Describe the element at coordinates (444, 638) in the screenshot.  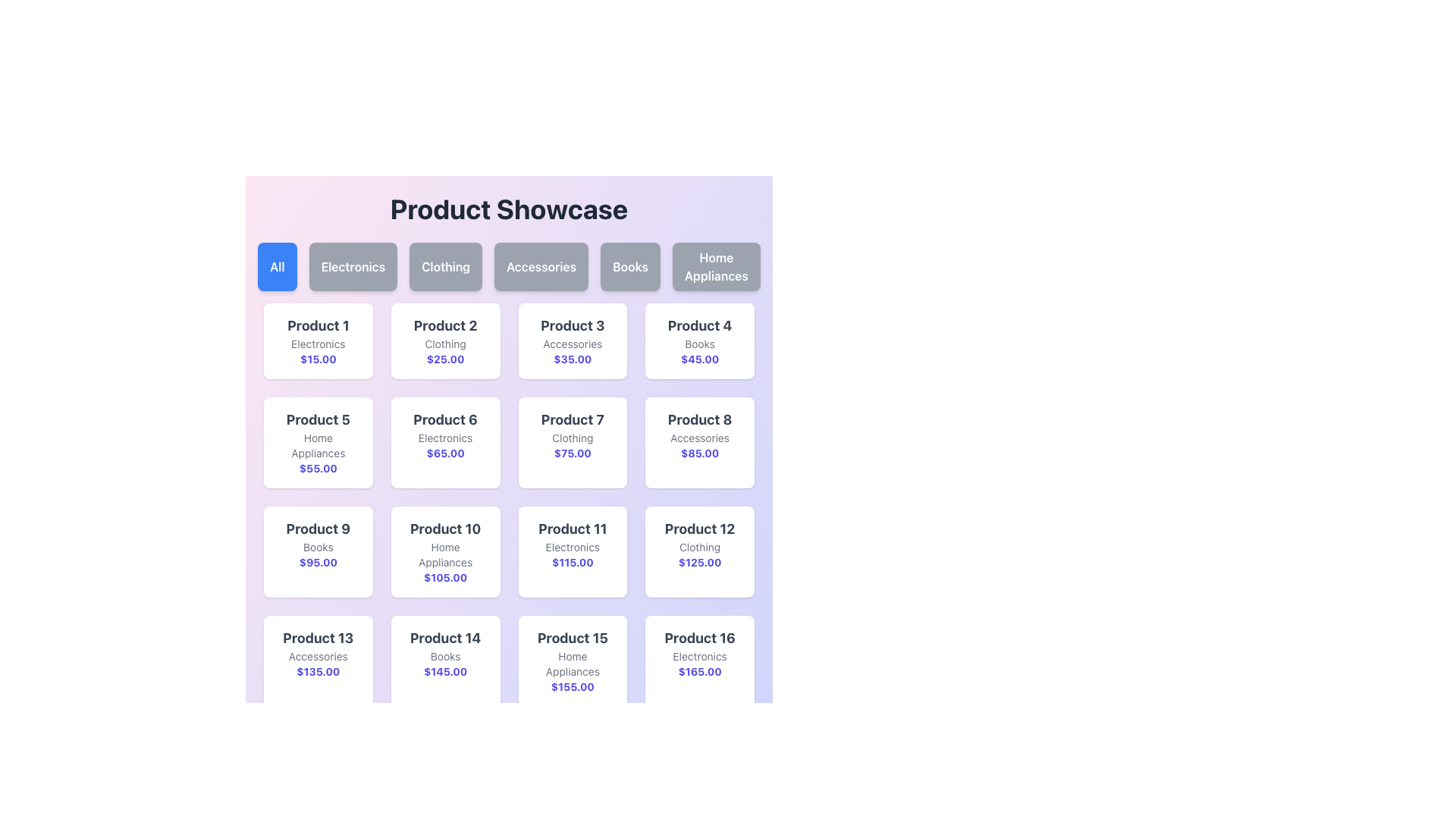
I see `the text label displaying 'Product 14', which is styled in bold and dark gray, located in the second row from the bottom of the product card grid` at that location.